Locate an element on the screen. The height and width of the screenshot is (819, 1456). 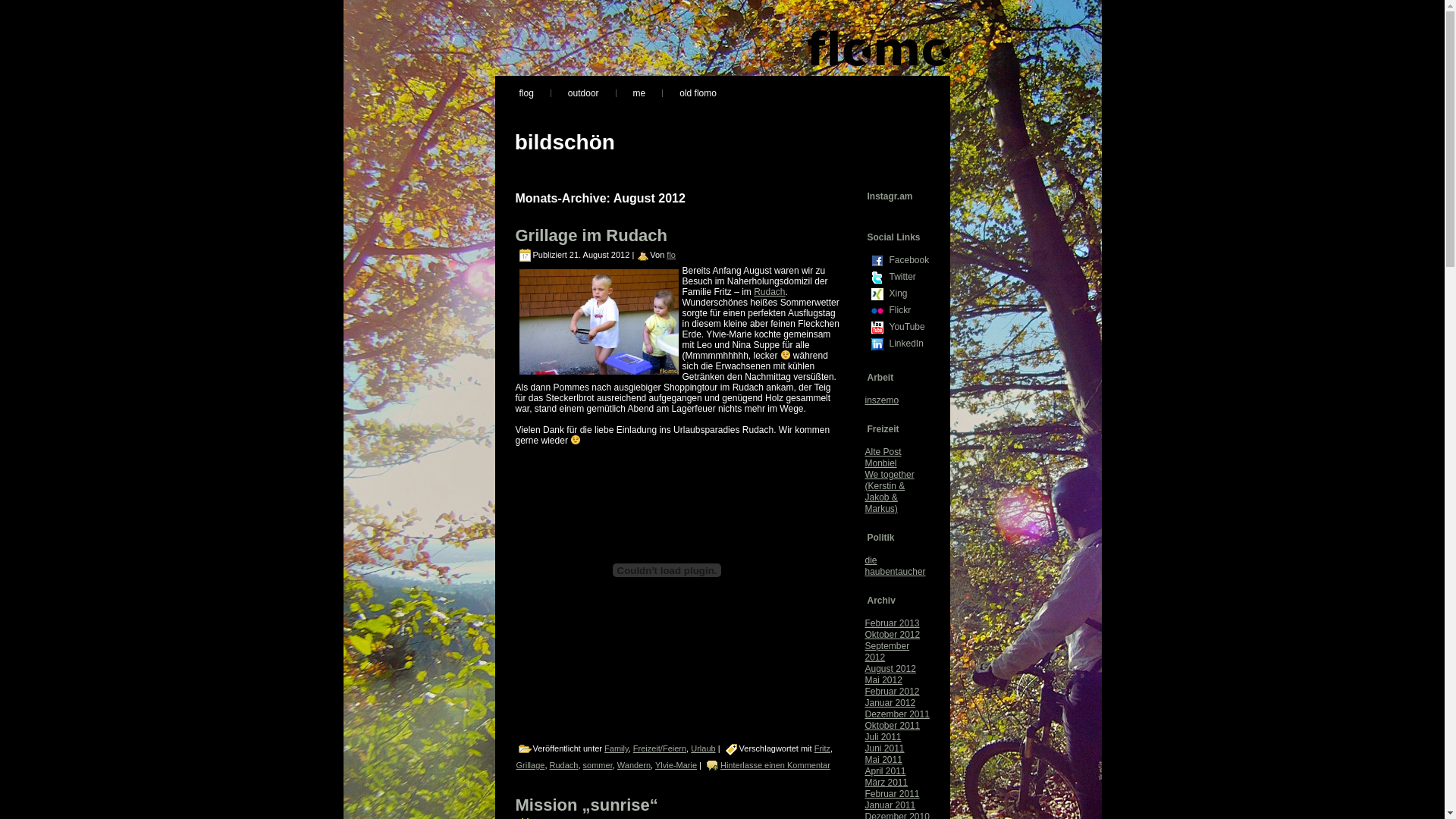
'die haubentaucher' is located at coordinates (895, 566).